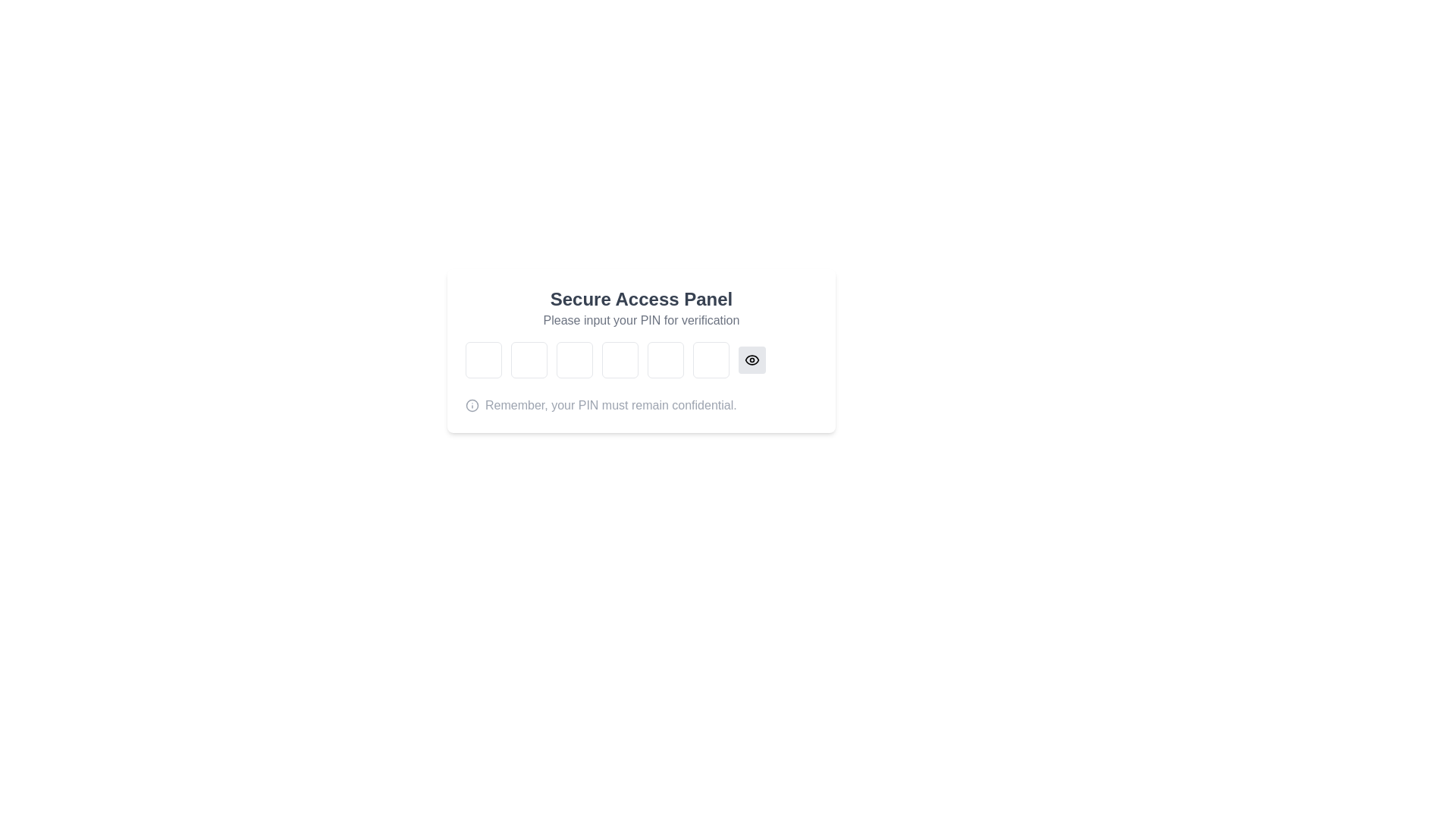  I want to click on the circular outline SVG element that is part of the information icon, located next to the text 'Remember, your PIN must remain confidential.', so click(472, 405).